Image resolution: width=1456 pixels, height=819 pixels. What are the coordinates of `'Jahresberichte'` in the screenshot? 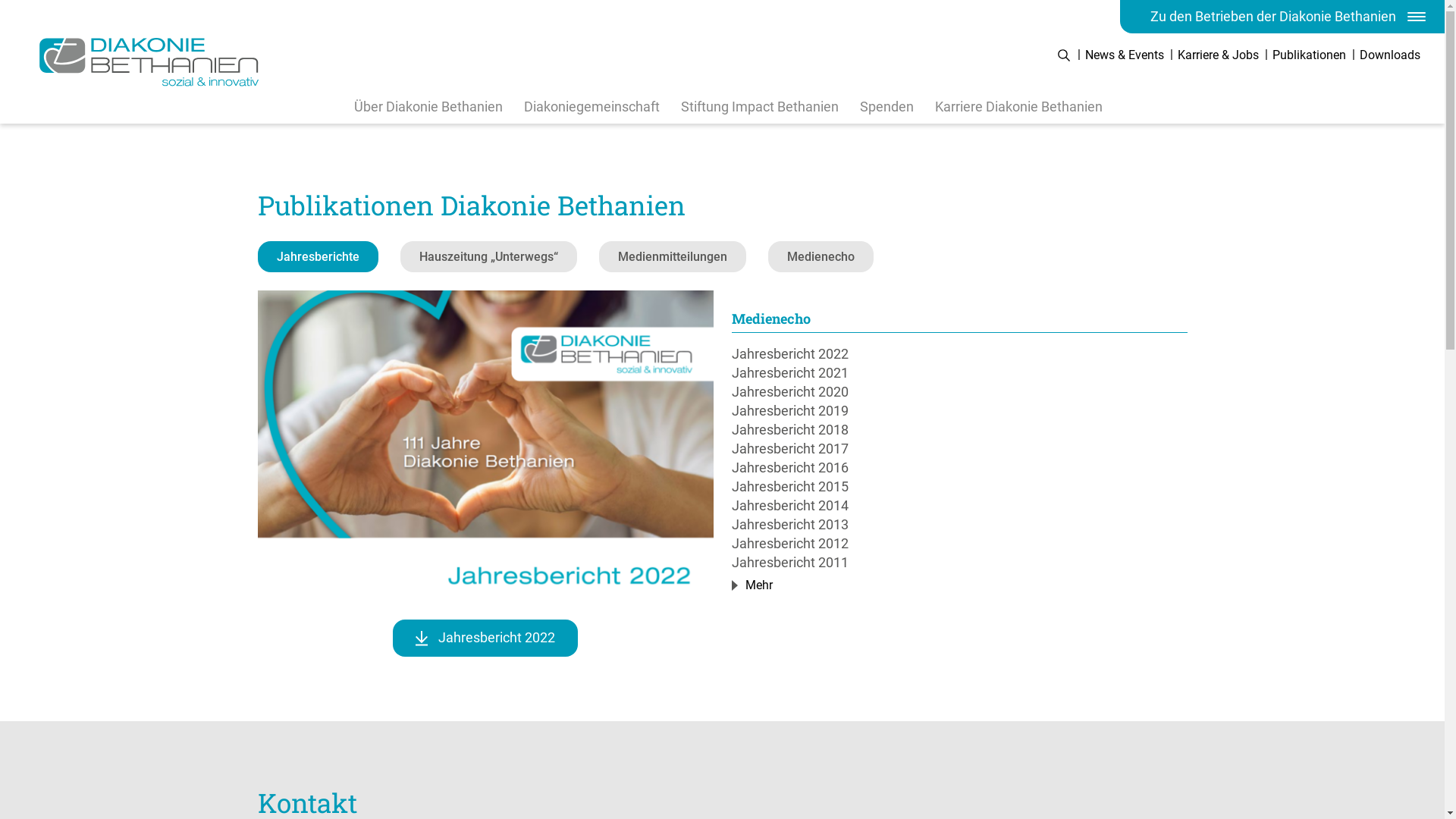 It's located at (317, 256).